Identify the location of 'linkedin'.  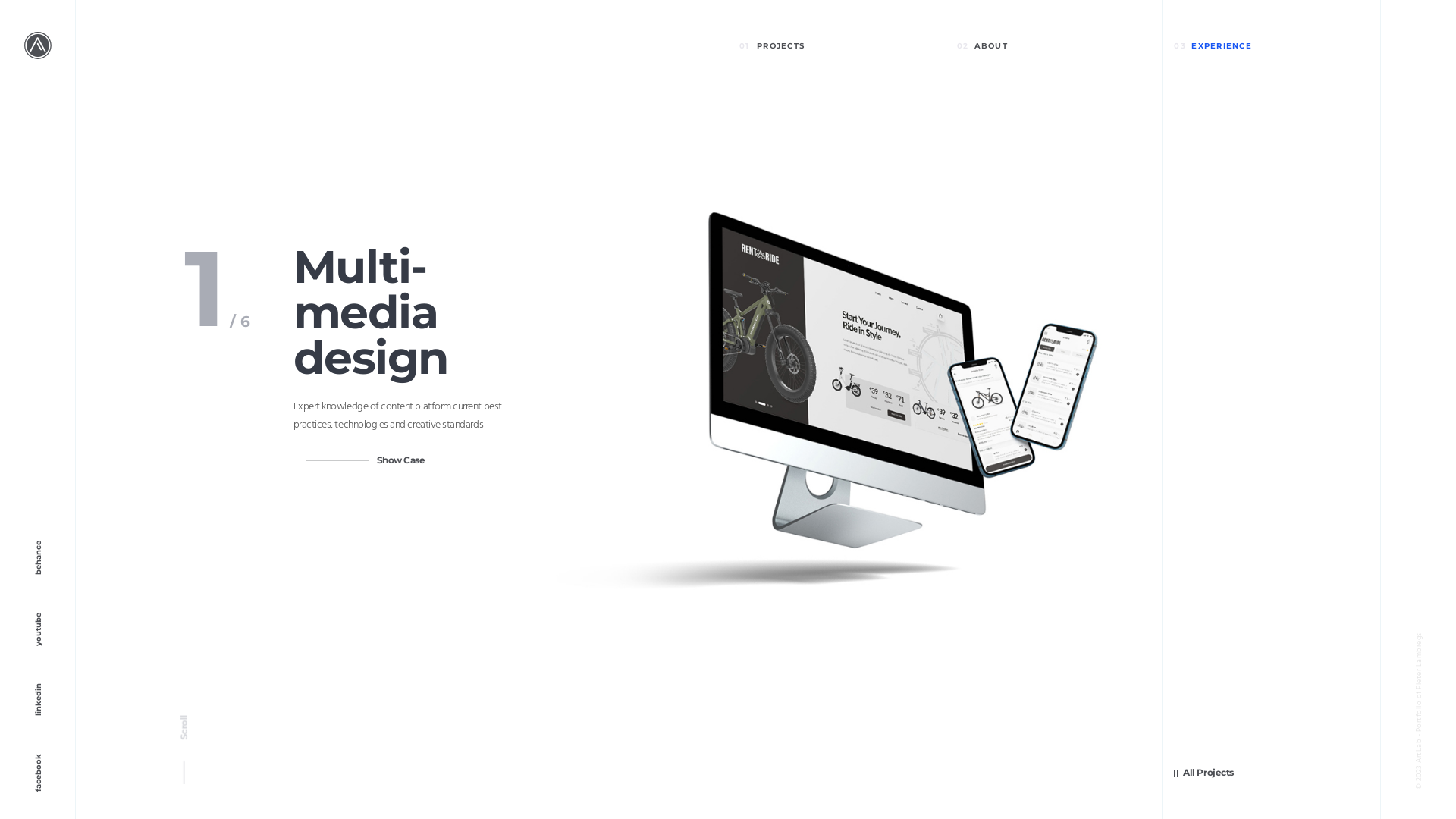
(0, 720).